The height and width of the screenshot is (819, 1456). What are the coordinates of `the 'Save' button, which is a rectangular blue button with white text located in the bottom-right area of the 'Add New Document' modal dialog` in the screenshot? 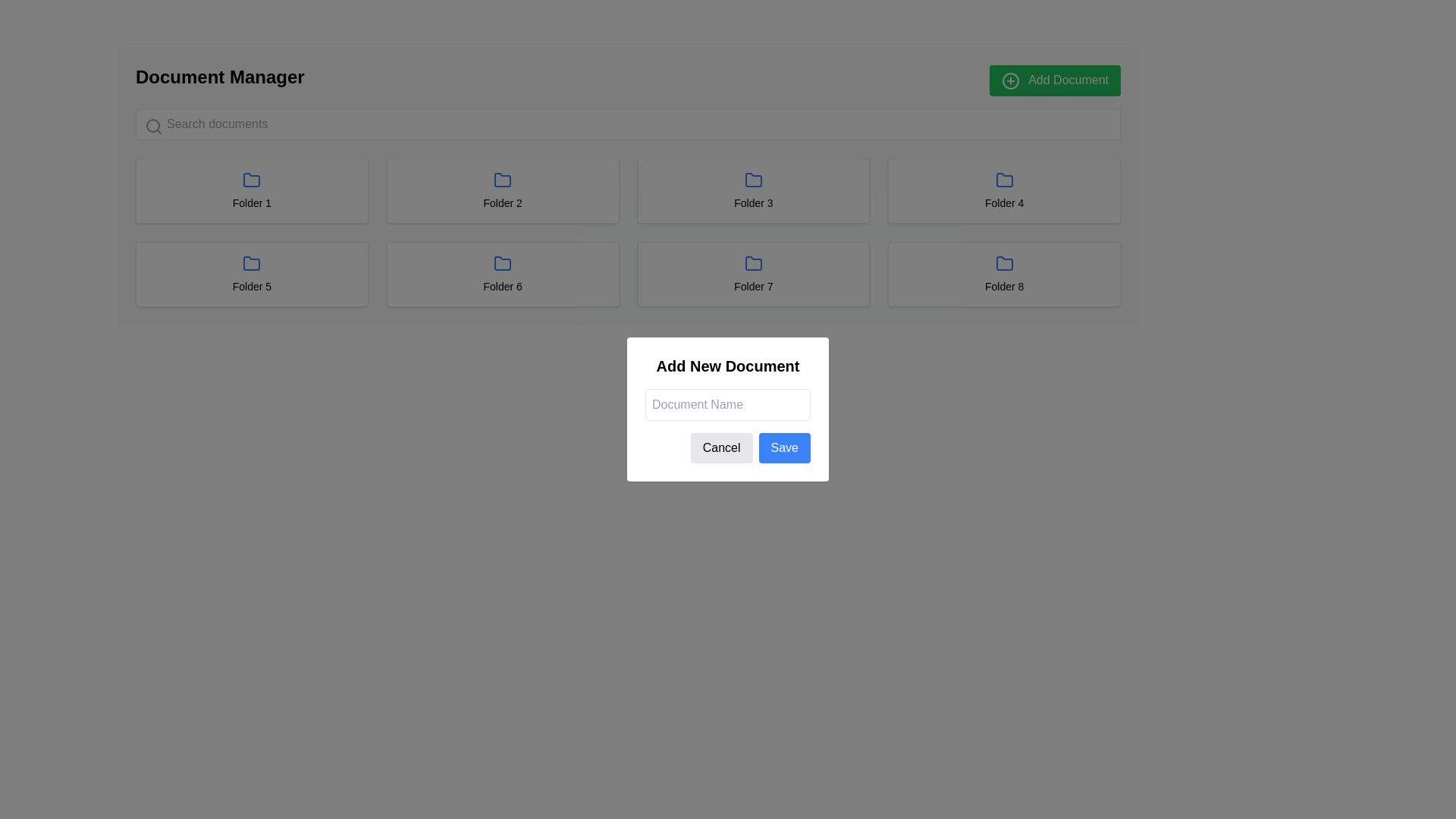 It's located at (784, 447).